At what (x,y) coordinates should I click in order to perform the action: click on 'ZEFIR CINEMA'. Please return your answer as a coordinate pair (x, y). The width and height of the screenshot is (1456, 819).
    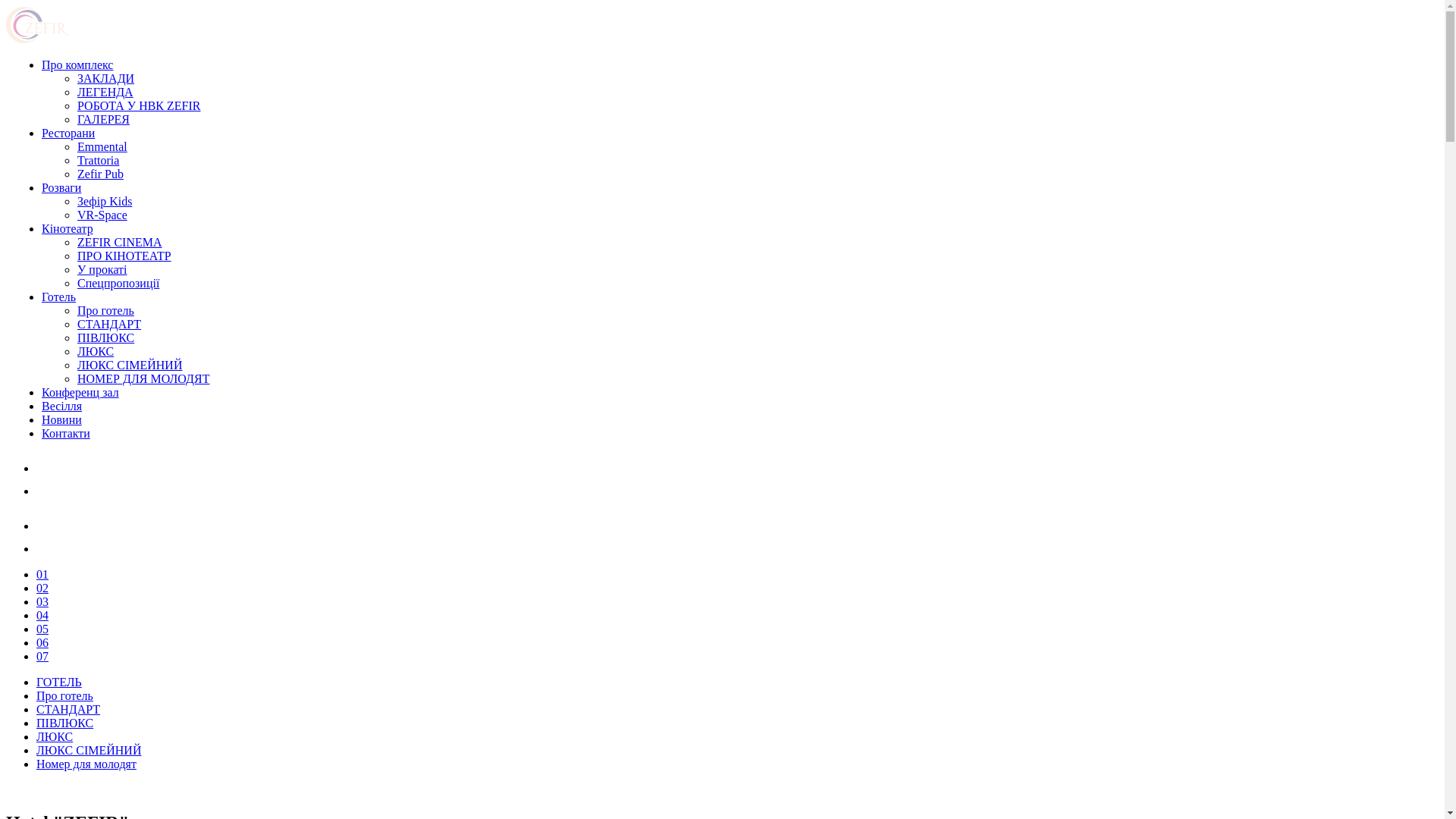
    Looking at the image, I should click on (119, 241).